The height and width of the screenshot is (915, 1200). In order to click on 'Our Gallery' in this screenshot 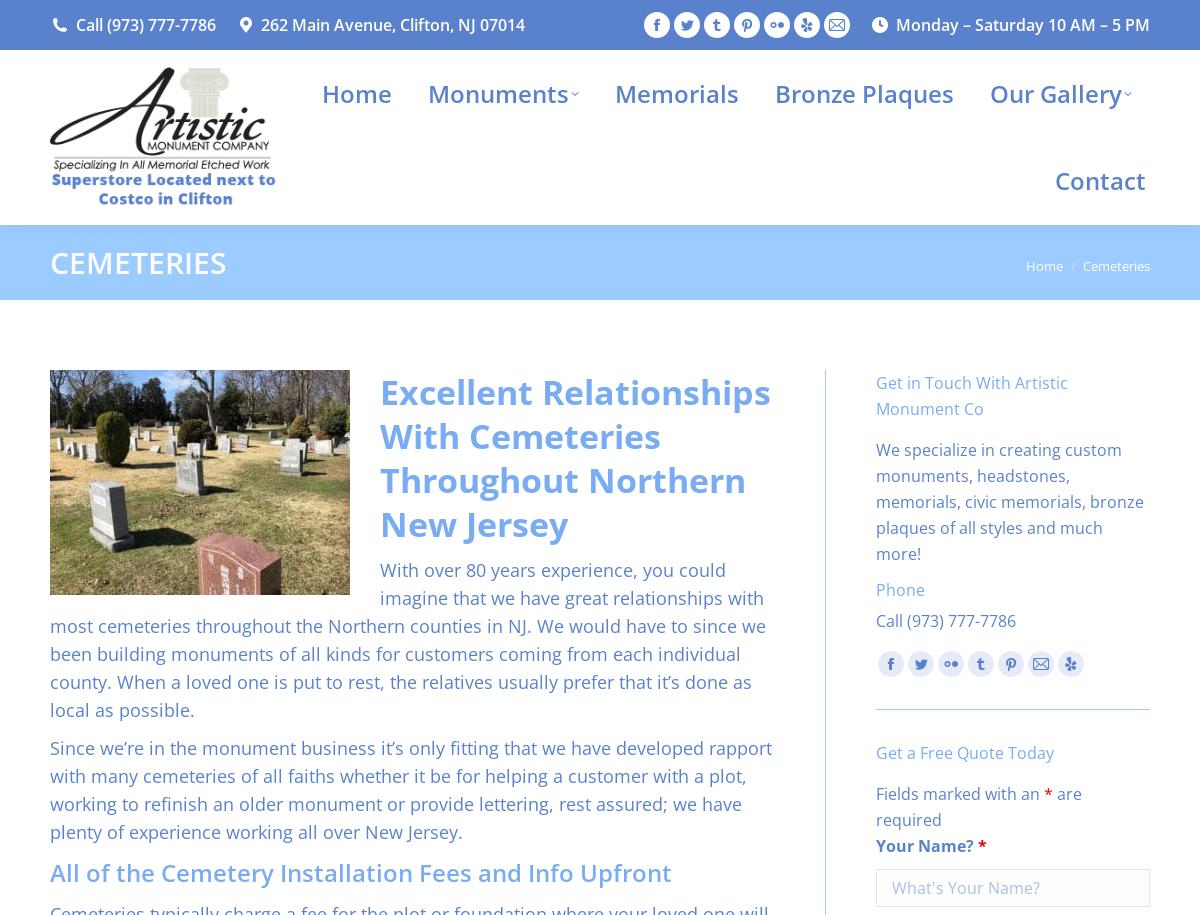, I will do `click(990, 91)`.